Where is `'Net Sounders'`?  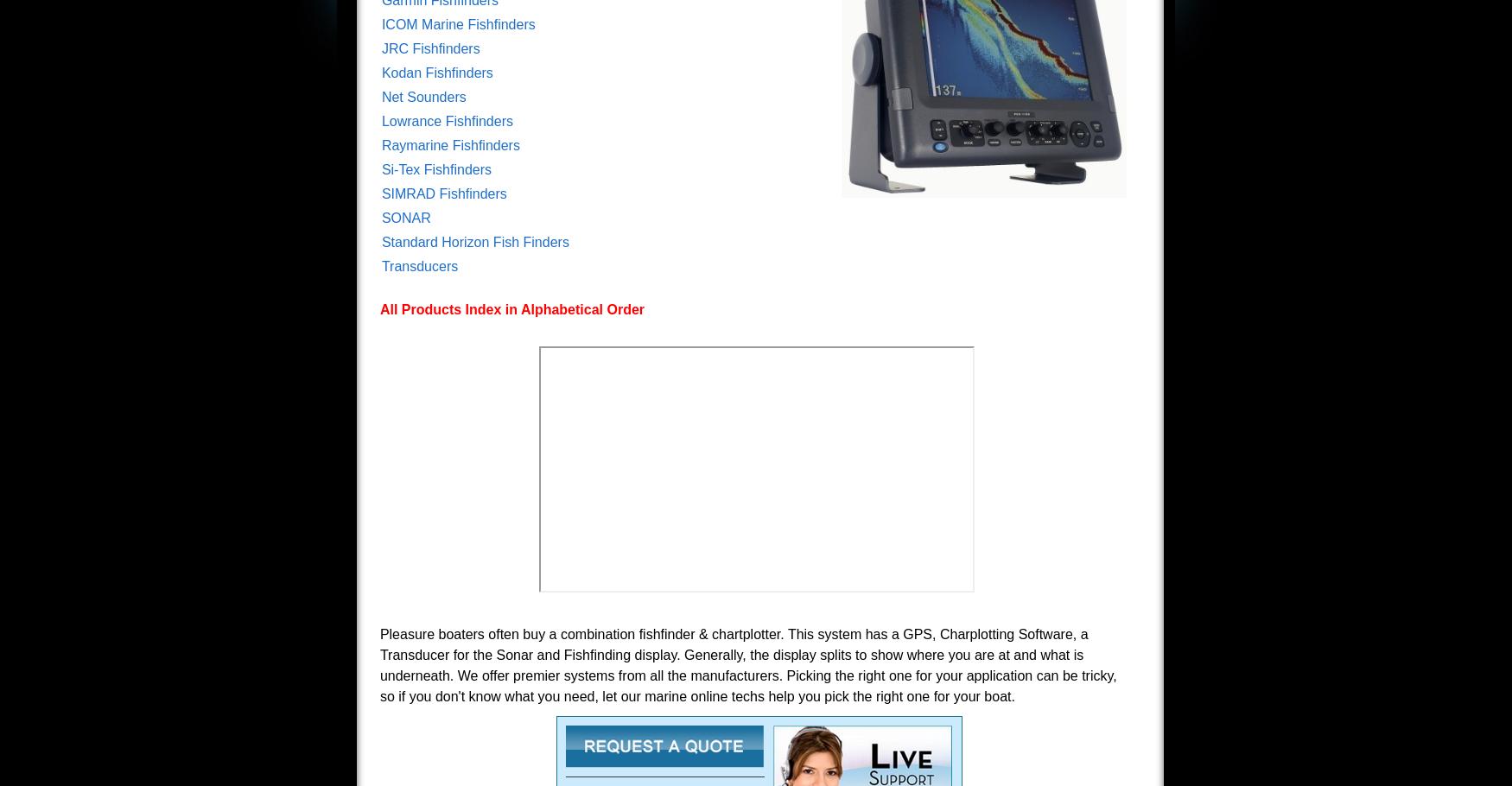
'Net Sounders' is located at coordinates (423, 97).